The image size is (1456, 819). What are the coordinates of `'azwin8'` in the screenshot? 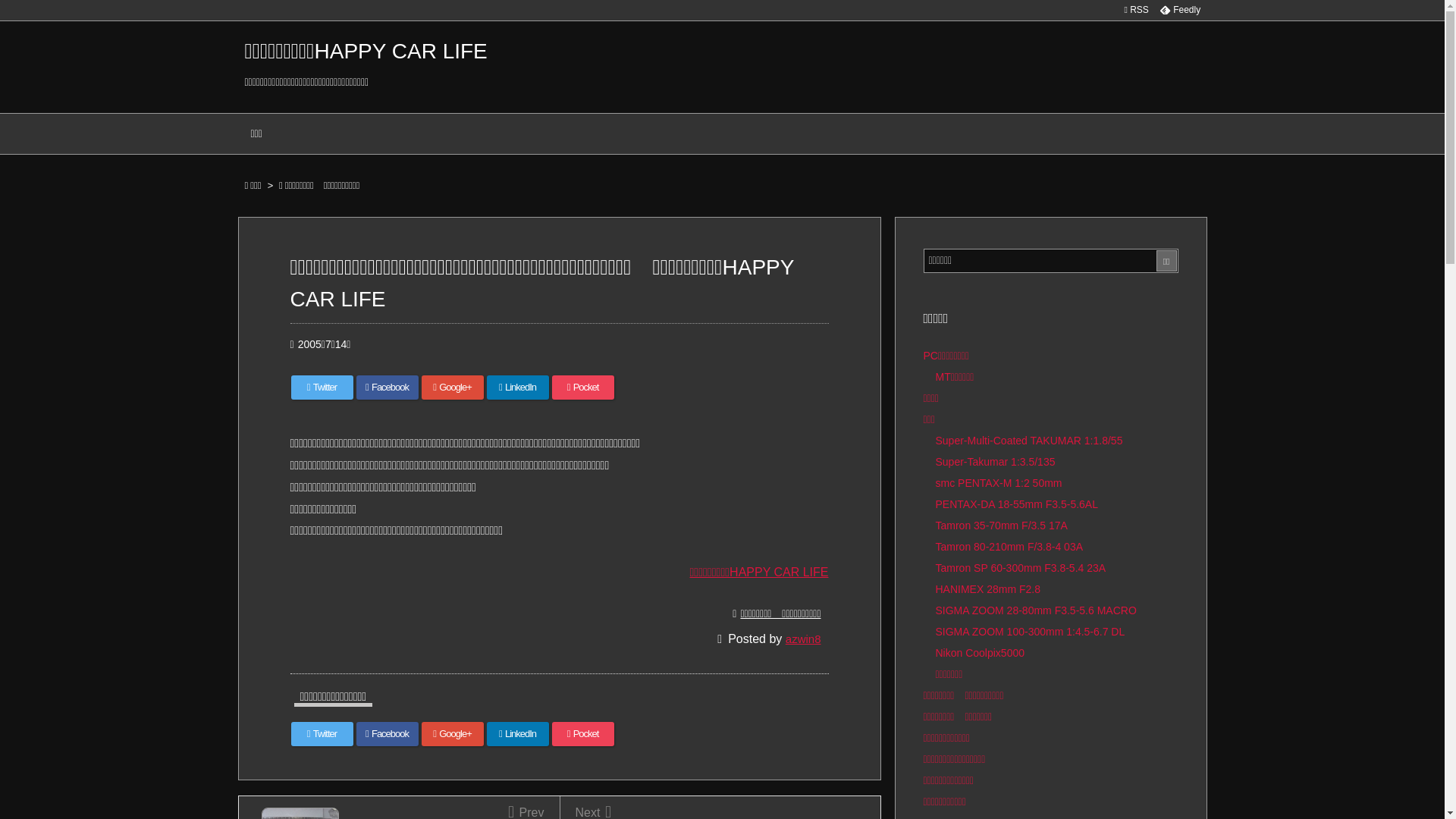 It's located at (802, 639).